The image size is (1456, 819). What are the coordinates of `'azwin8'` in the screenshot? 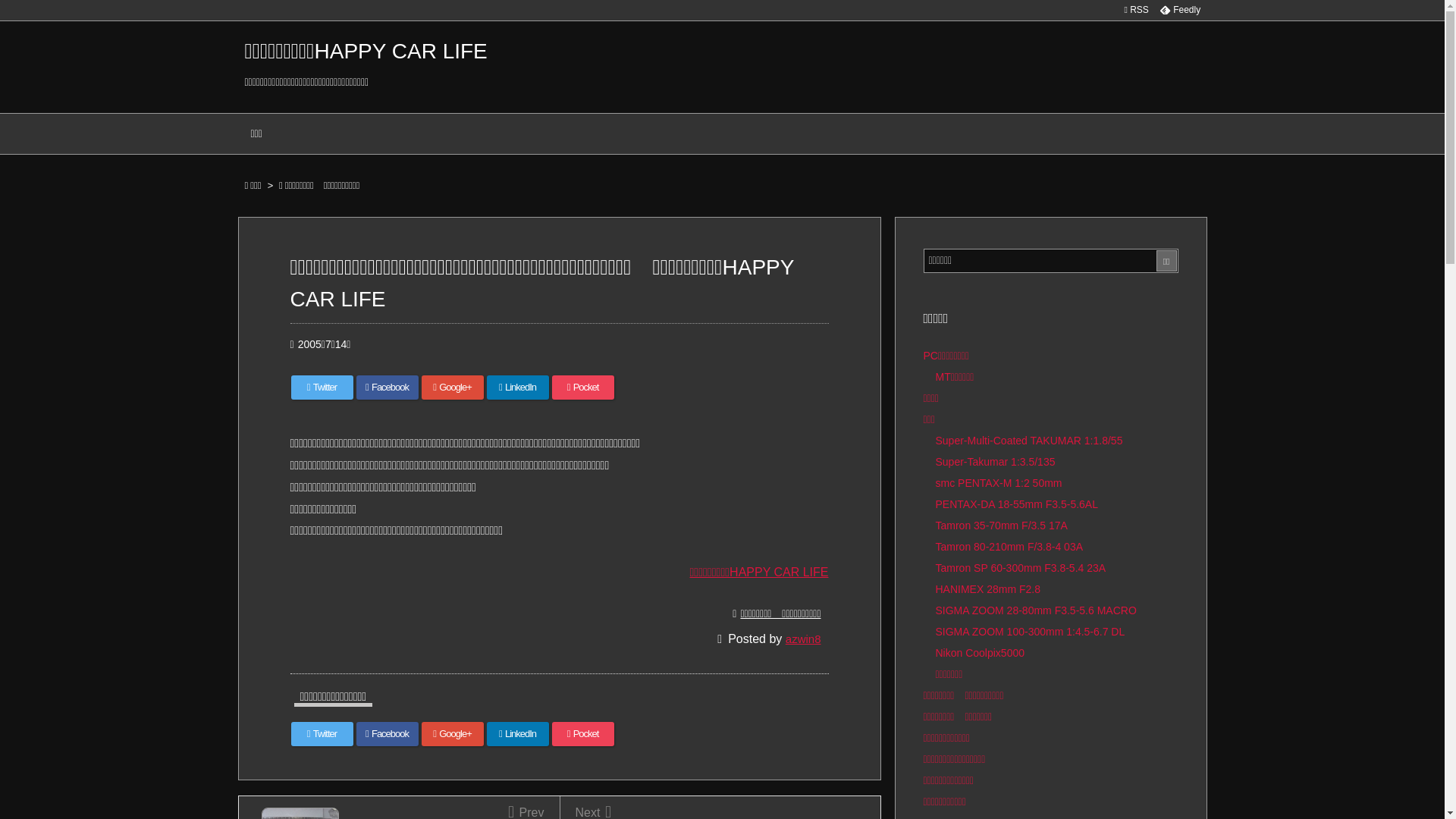 It's located at (802, 639).